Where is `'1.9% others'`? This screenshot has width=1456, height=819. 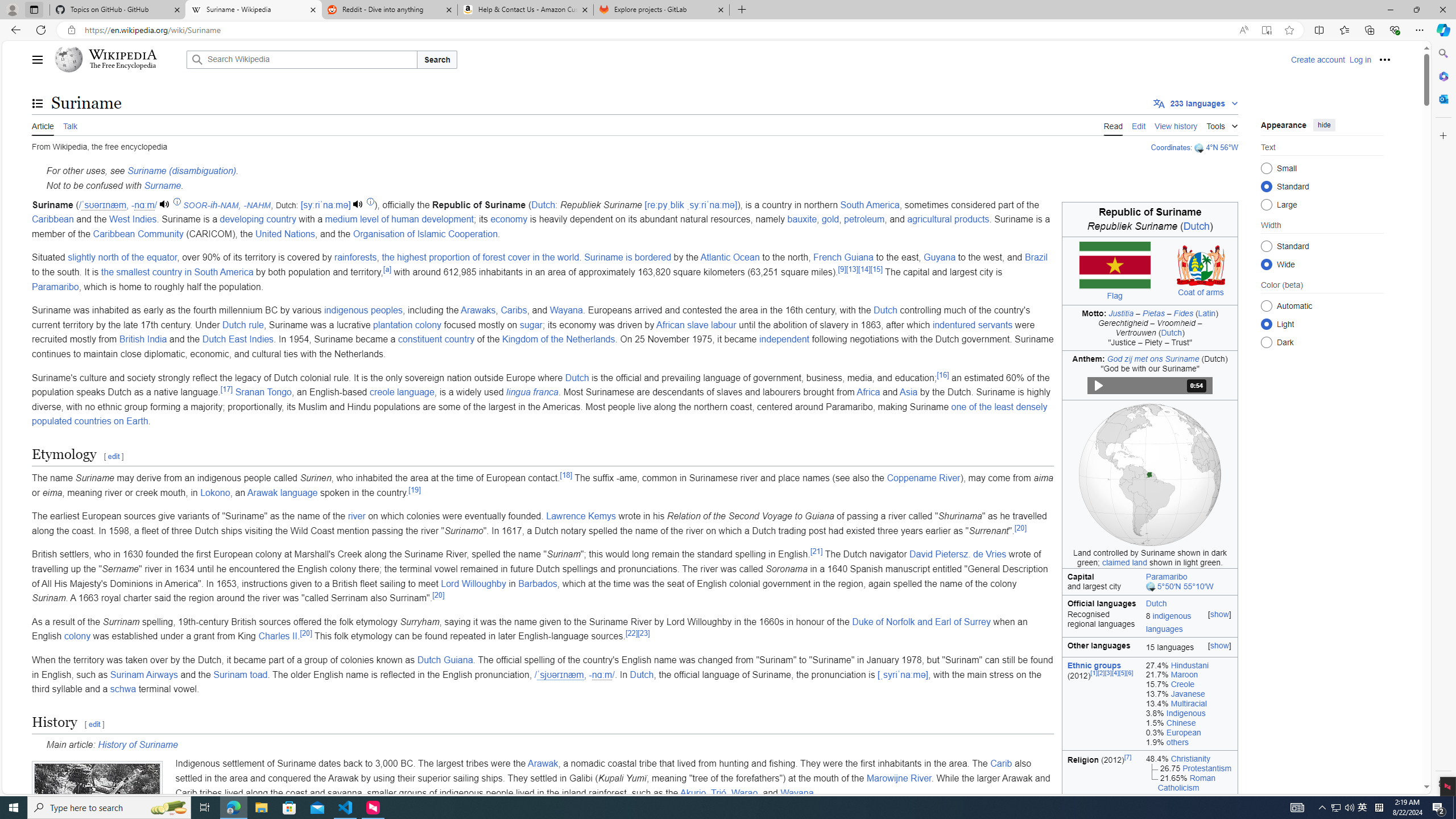
'1.9% others' is located at coordinates (1189, 741).